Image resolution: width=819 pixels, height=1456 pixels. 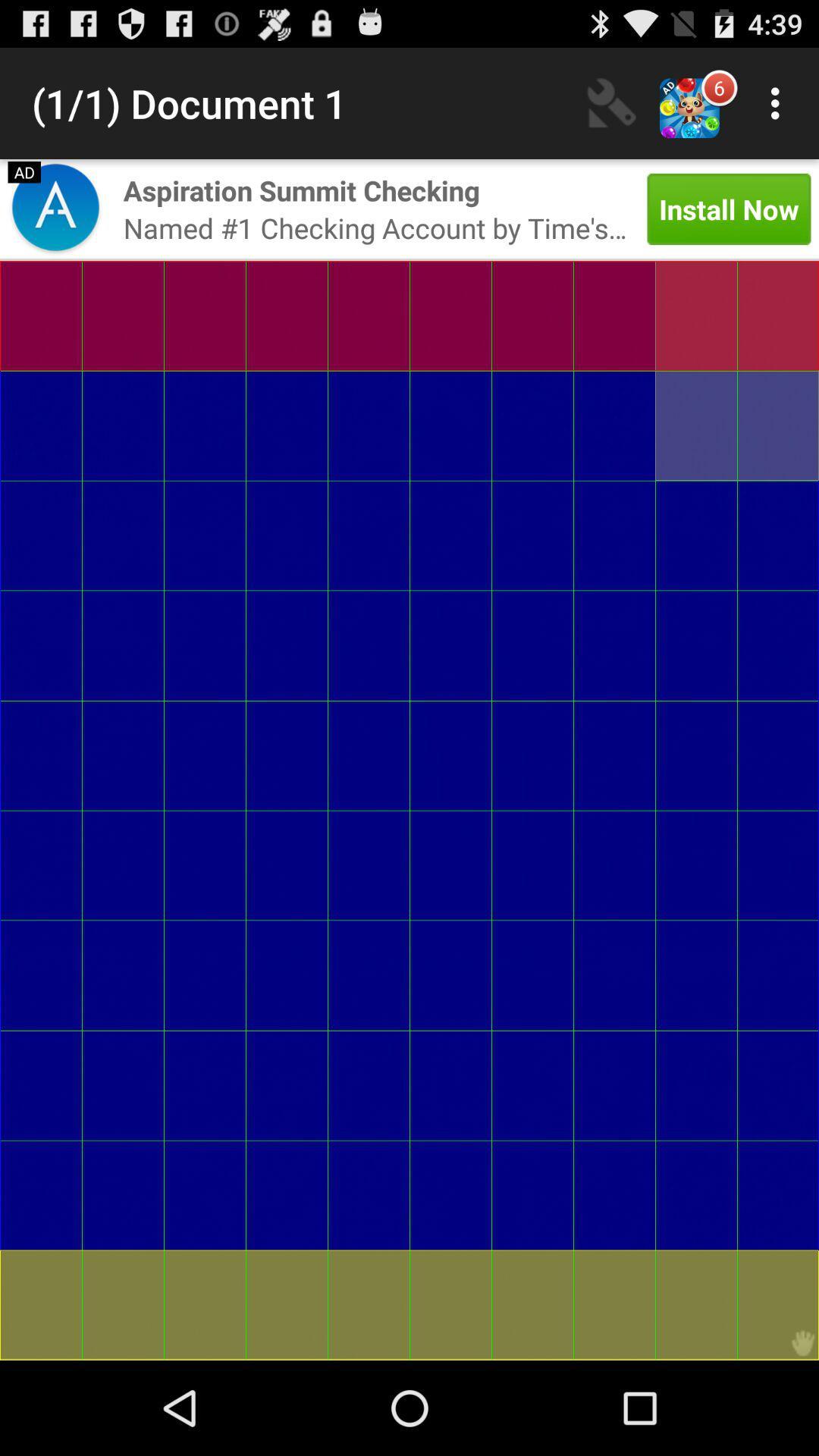 I want to click on item next to 1 1 document item, so click(x=610, y=102).